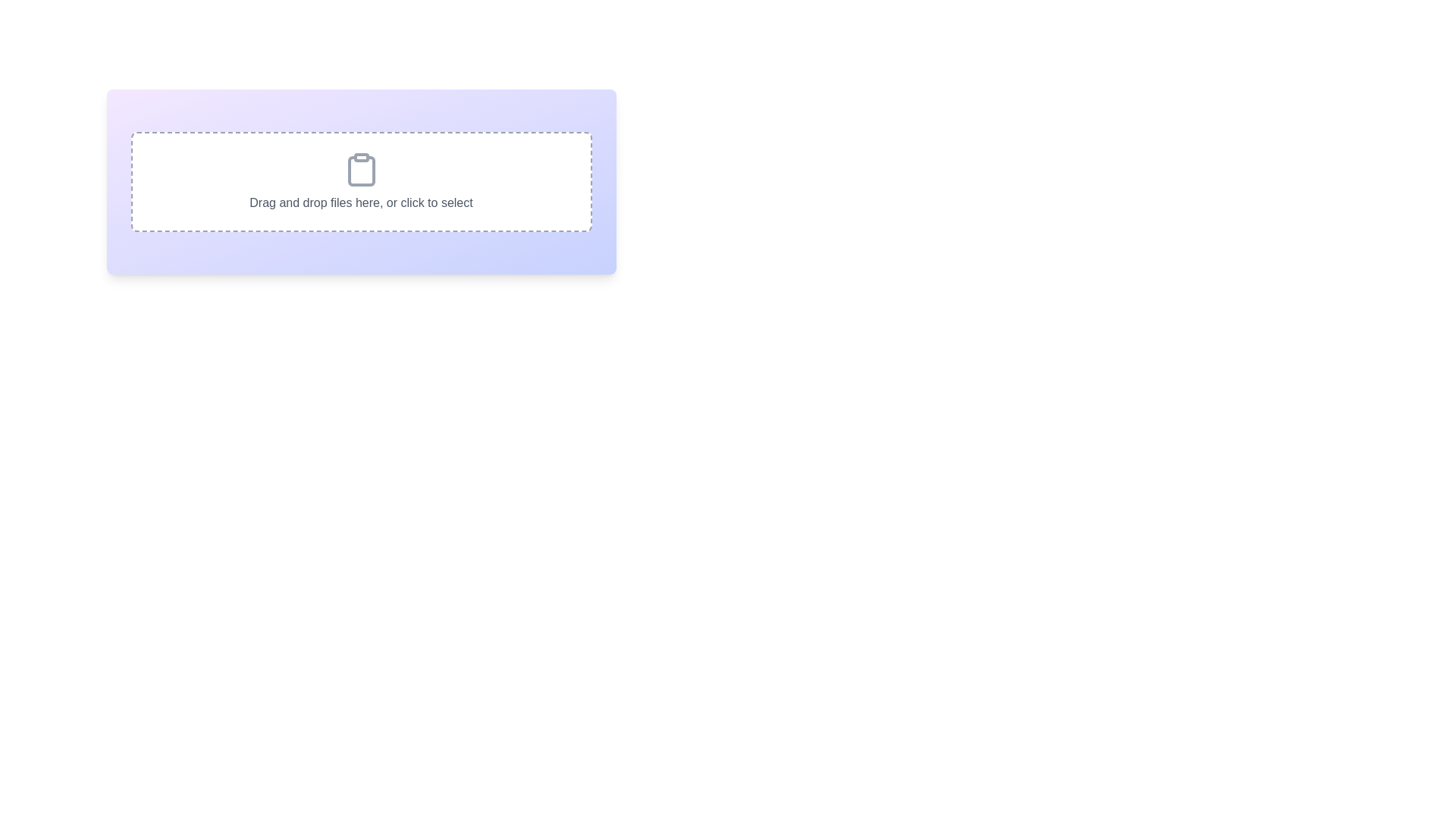  I want to click on the file upload area with dashed gray borders that states 'Drag and drop files here, or click to select' to observe hover effects, so click(360, 180).